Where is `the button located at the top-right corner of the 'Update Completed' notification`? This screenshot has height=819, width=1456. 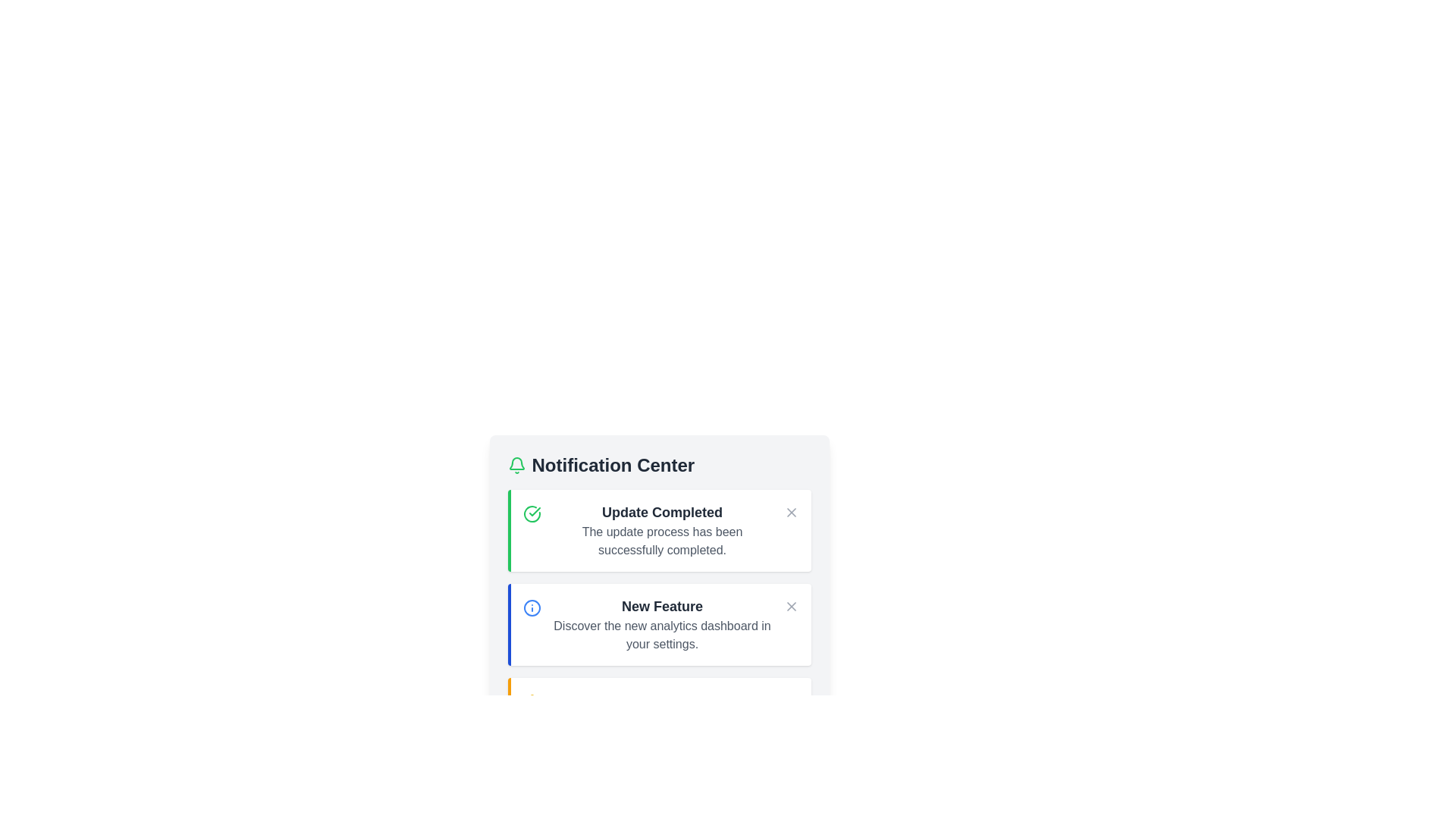 the button located at the top-right corner of the 'Update Completed' notification is located at coordinates (790, 512).